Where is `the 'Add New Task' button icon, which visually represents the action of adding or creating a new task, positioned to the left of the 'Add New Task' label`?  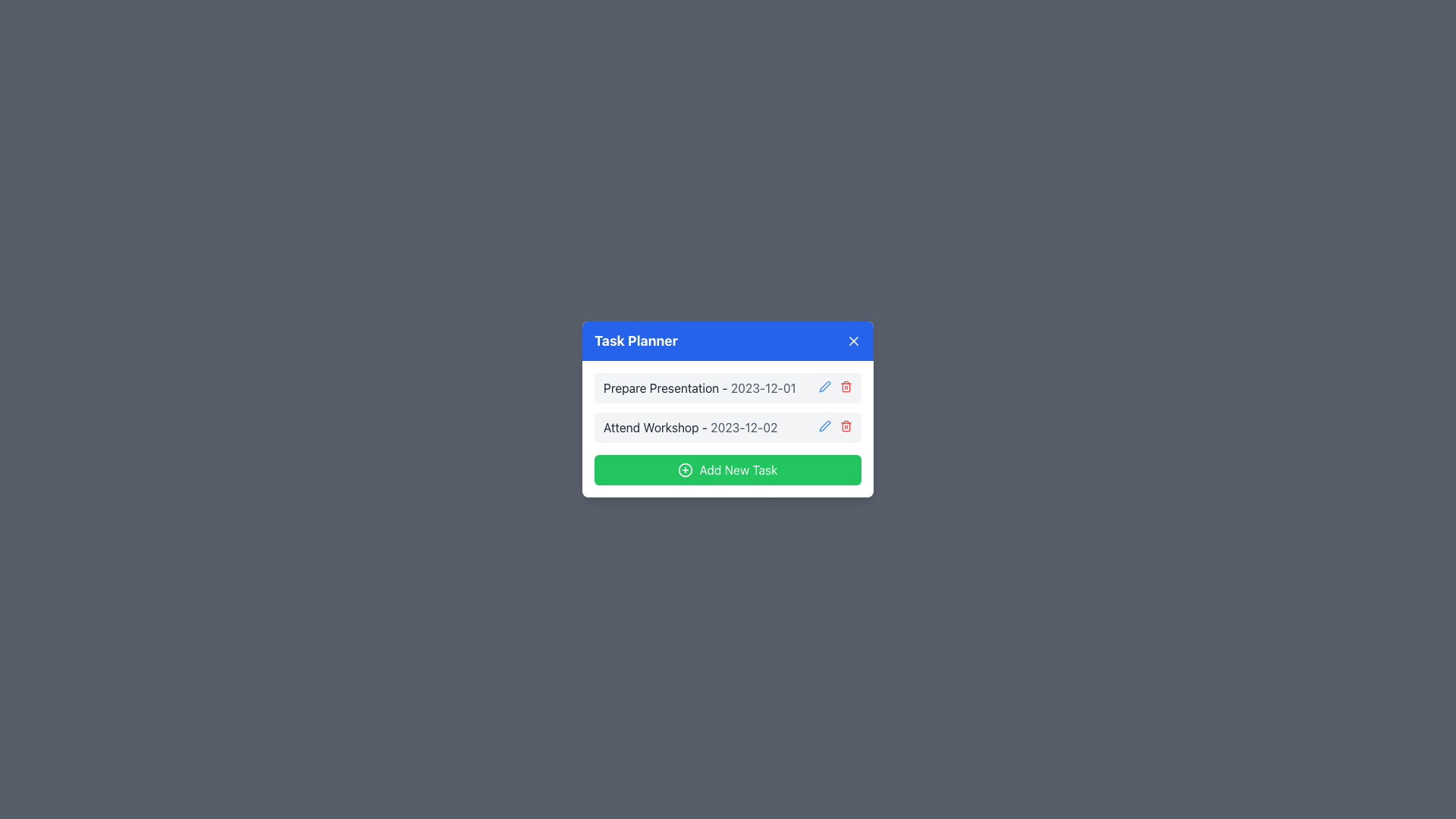 the 'Add New Task' button icon, which visually represents the action of adding or creating a new task, positioned to the left of the 'Add New Task' label is located at coordinates (685, 469).